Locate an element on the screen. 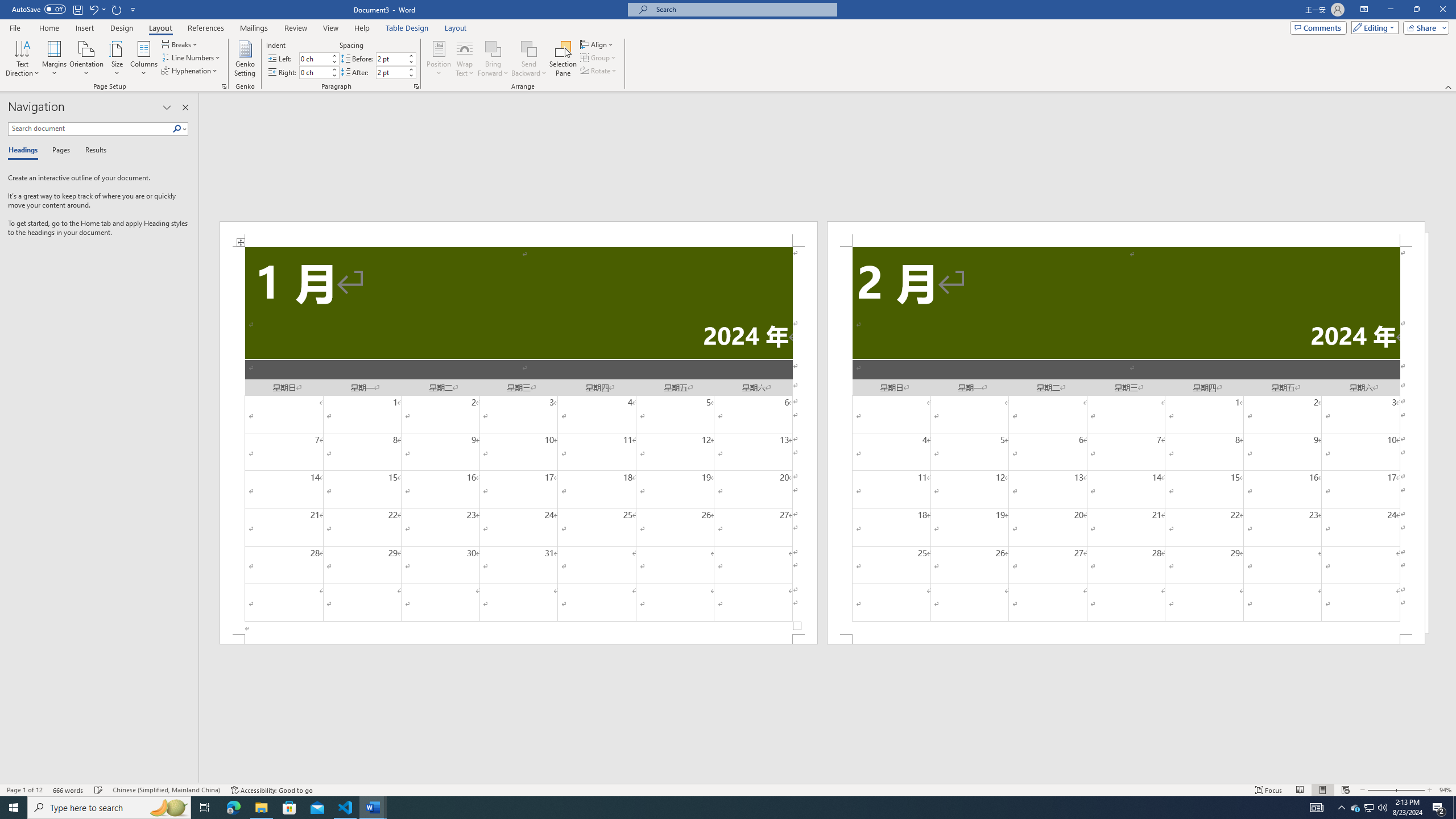  'Page Setup...' is located at coordinates (224, 85).